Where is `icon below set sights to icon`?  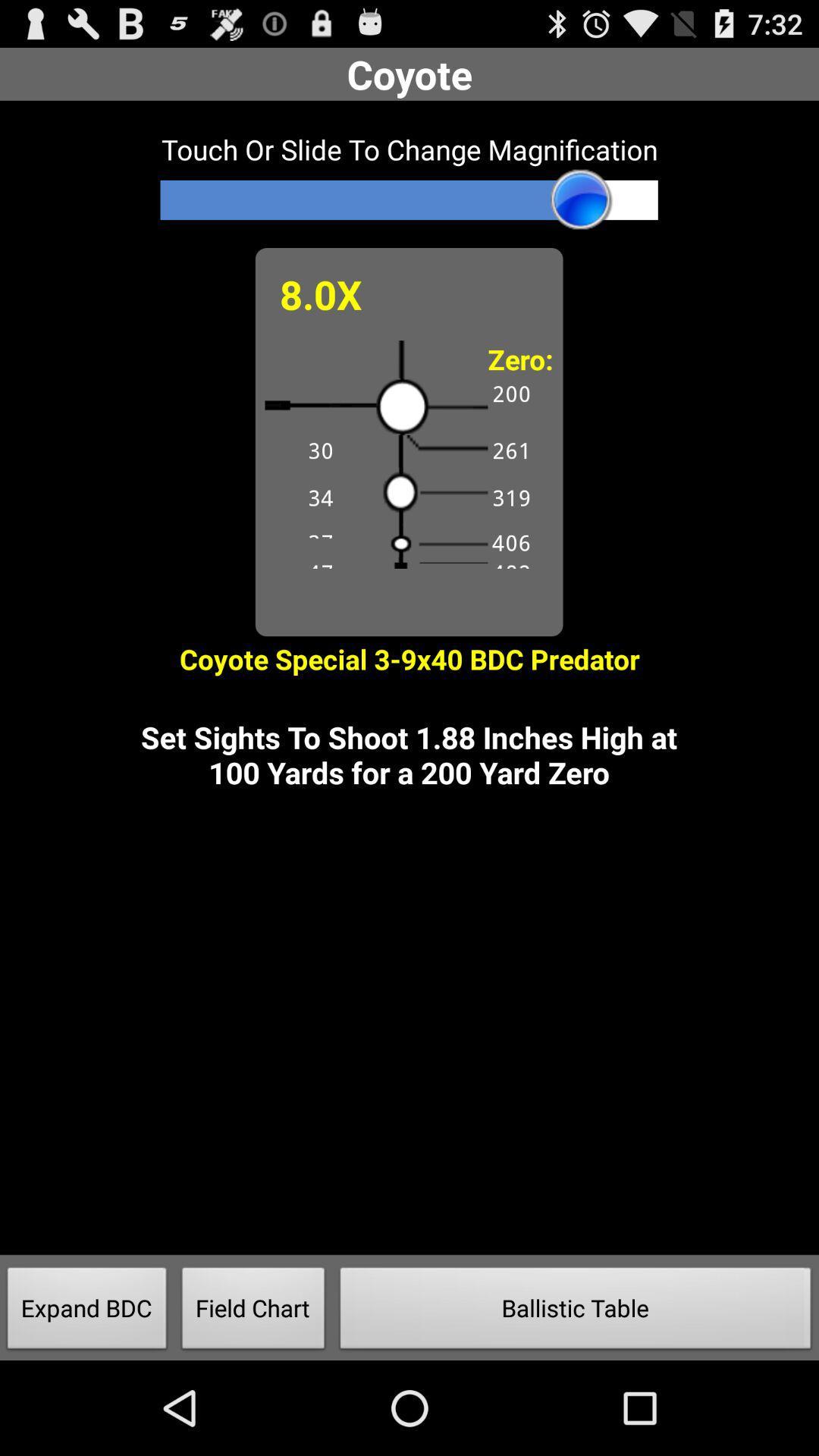
icon below set sights to icon is located at coordinates (87, 1312).